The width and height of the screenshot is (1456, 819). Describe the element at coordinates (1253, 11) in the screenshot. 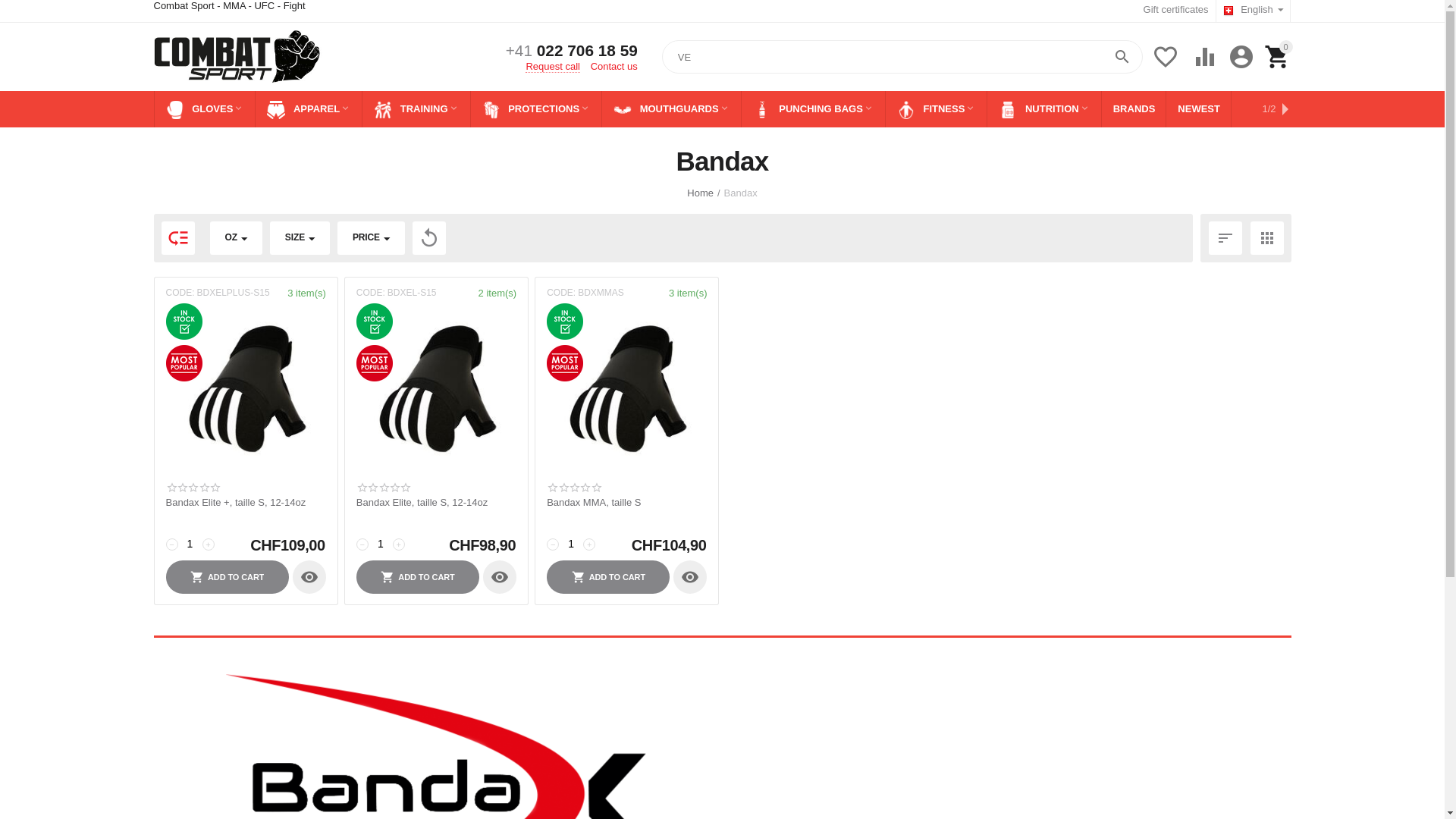

I see `'English'` at that location.